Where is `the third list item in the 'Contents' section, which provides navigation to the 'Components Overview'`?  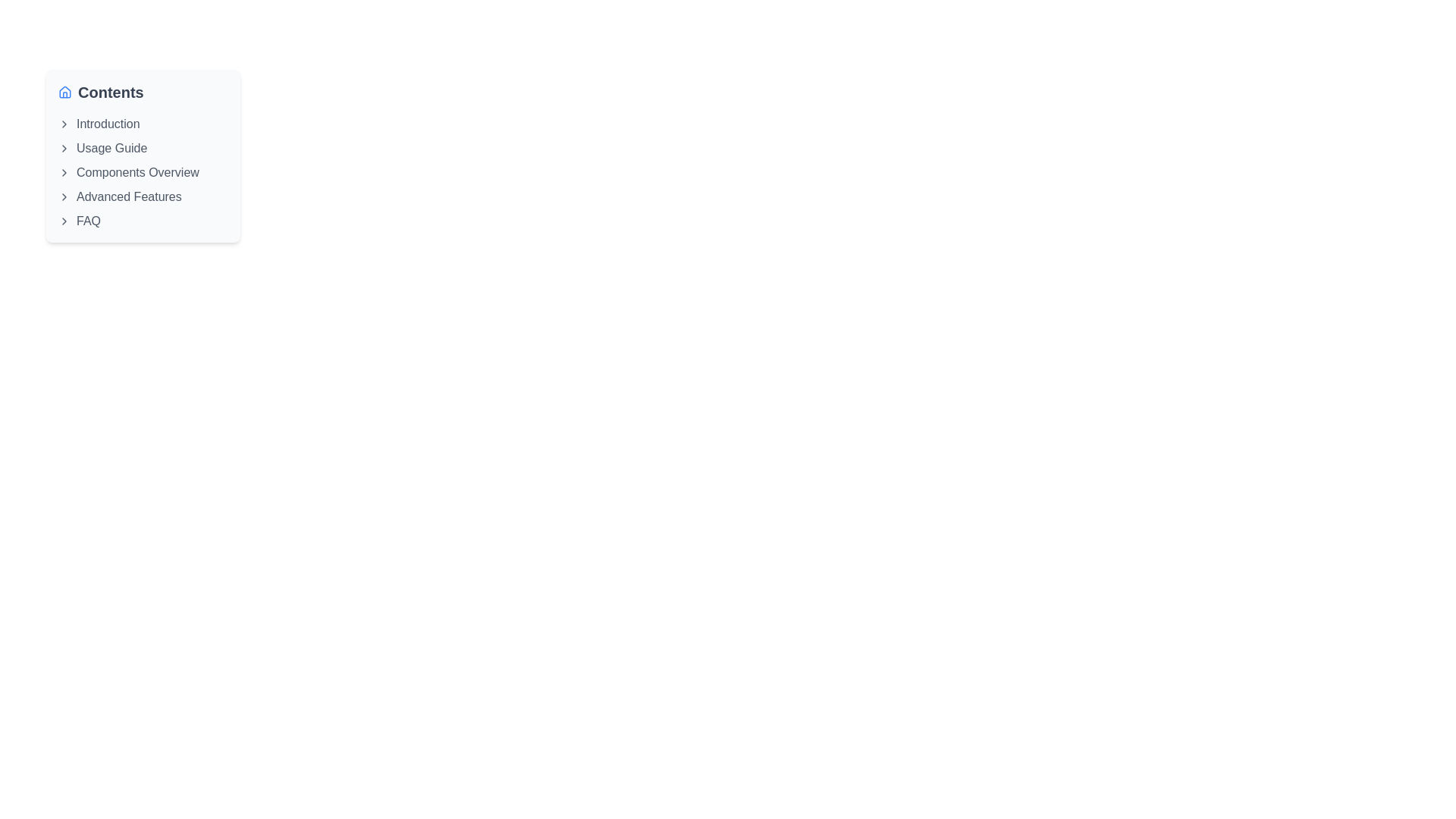
the third list item in the 'Contents' section, which provides navigation to the 'Components Overview' is located at coordinates (143, 171).